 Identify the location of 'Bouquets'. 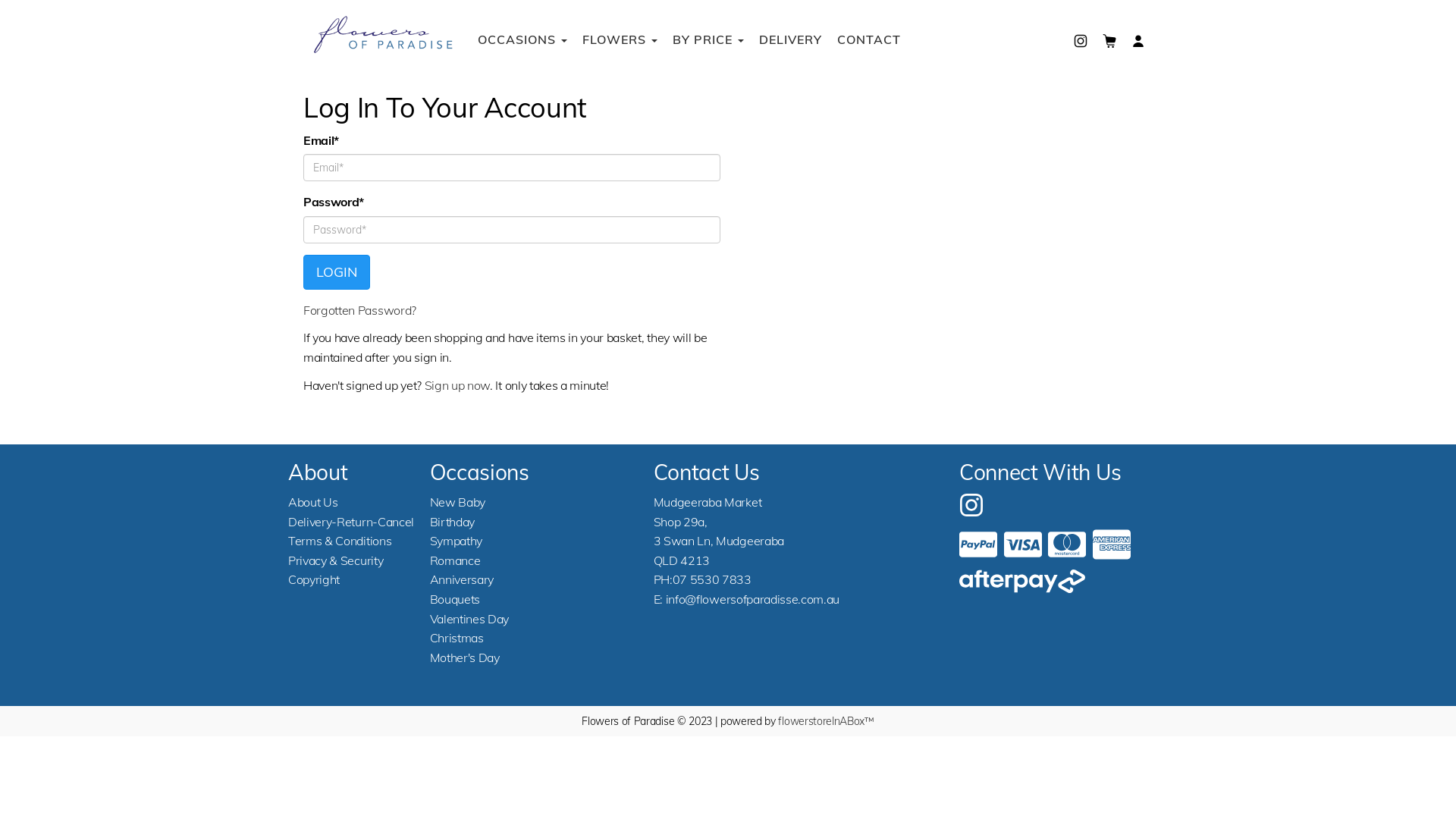
(454, 598).